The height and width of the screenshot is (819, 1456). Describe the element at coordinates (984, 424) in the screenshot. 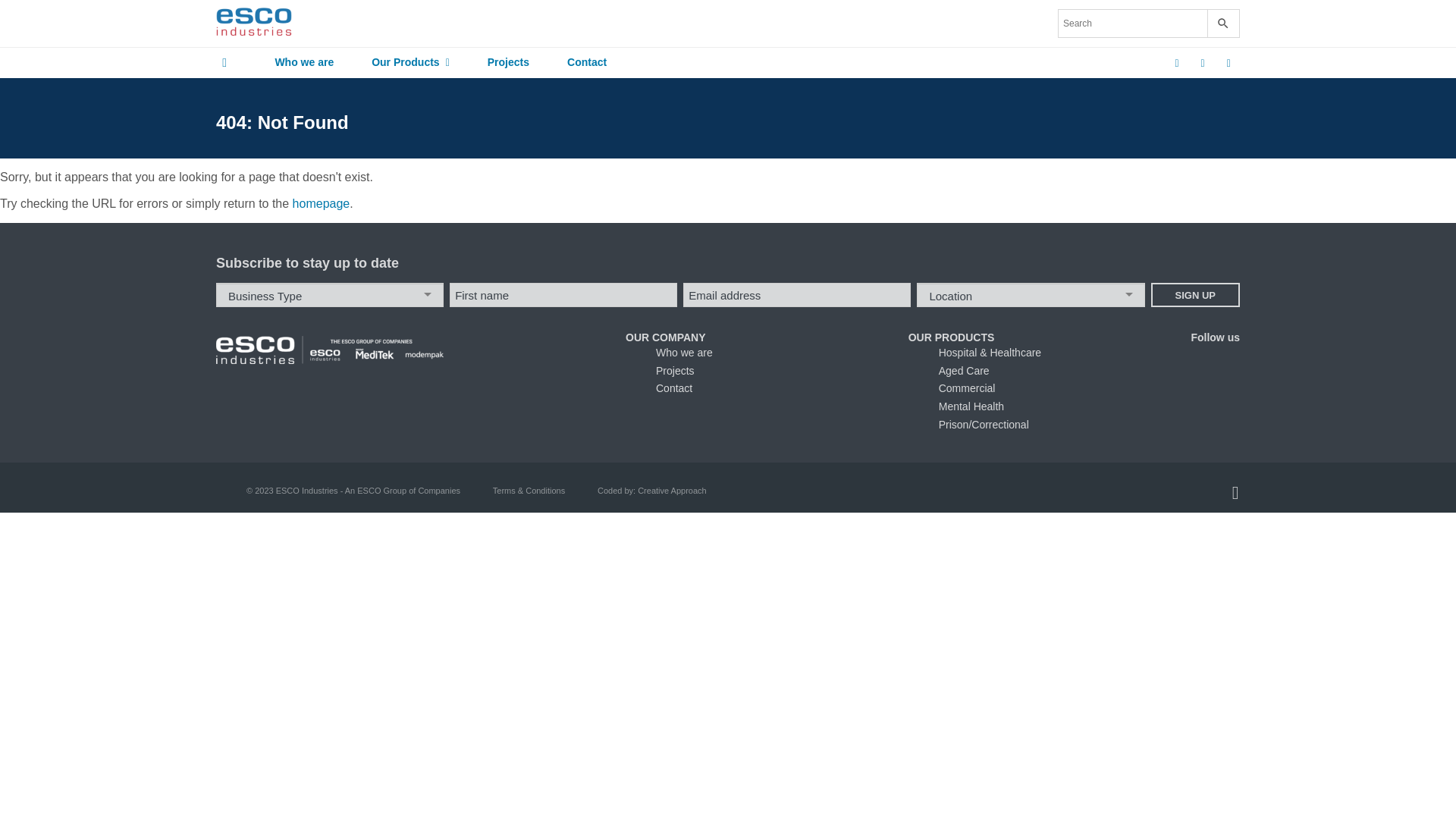

I see `'Prison/Correctional'` at that location.